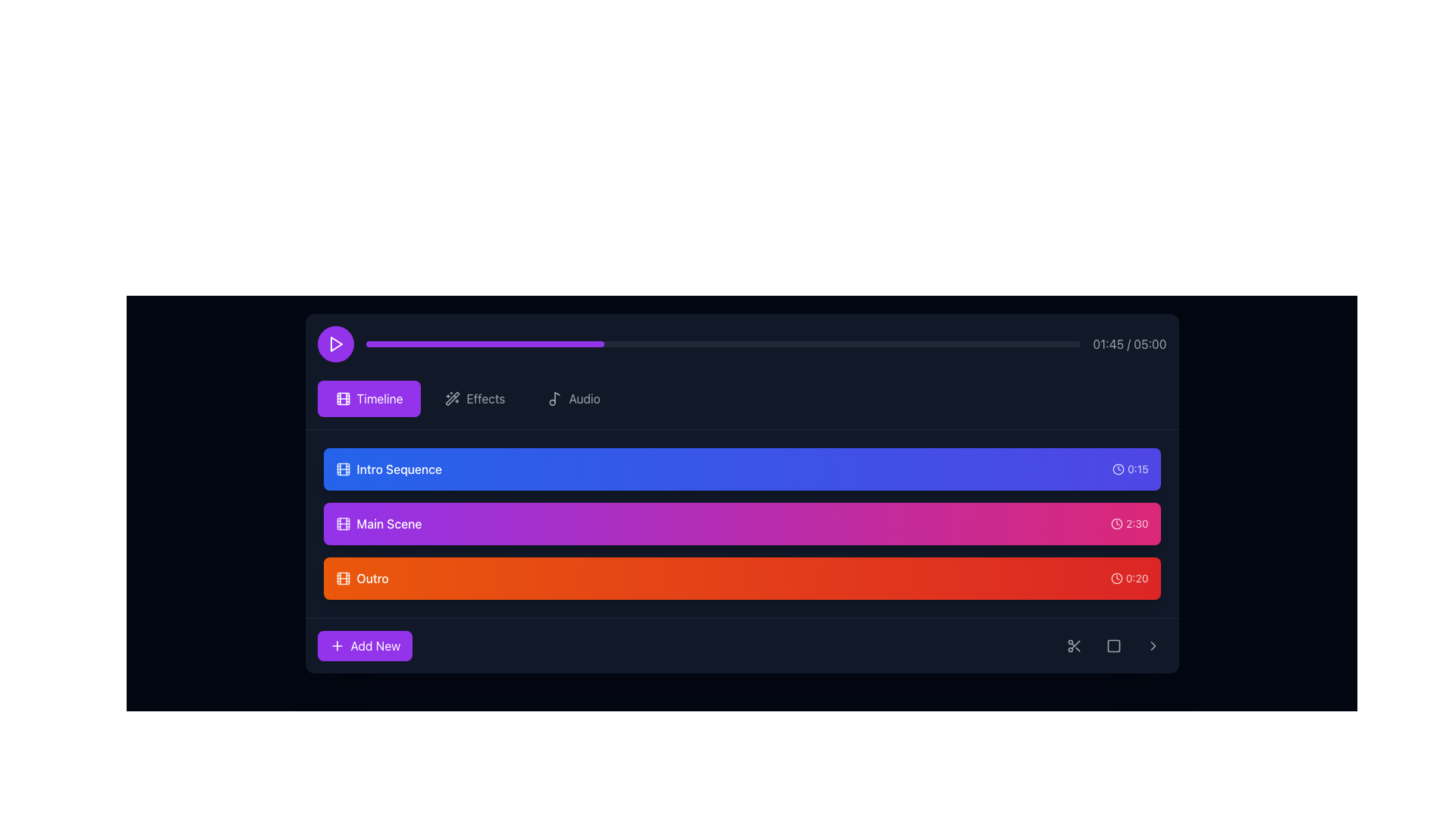  What do you see at coordinates (378, 522) in the screenshot?
I see `the 'Main Scene' button, which is a text label with a film reel icon` at bounding box center [378, 522].